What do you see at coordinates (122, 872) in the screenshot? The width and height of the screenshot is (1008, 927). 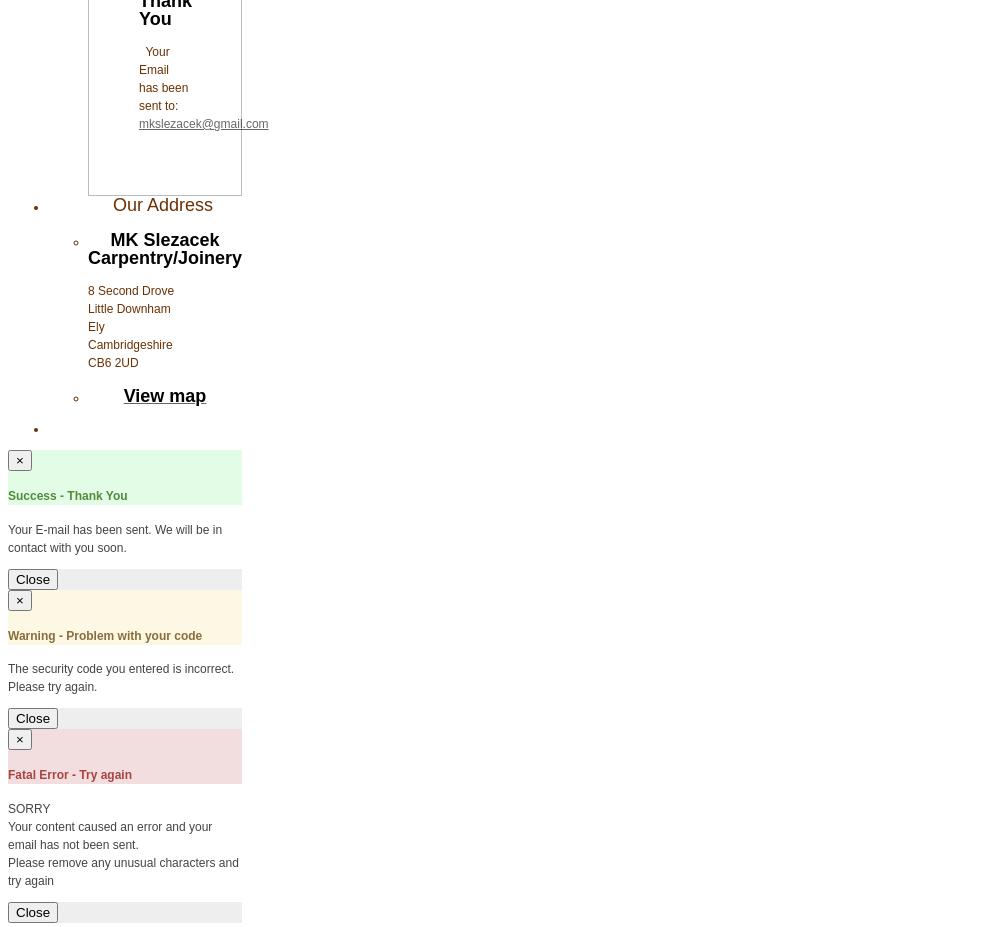 I see `'Please remove any unusual characters and try again'` at bounding box center [122, 872].